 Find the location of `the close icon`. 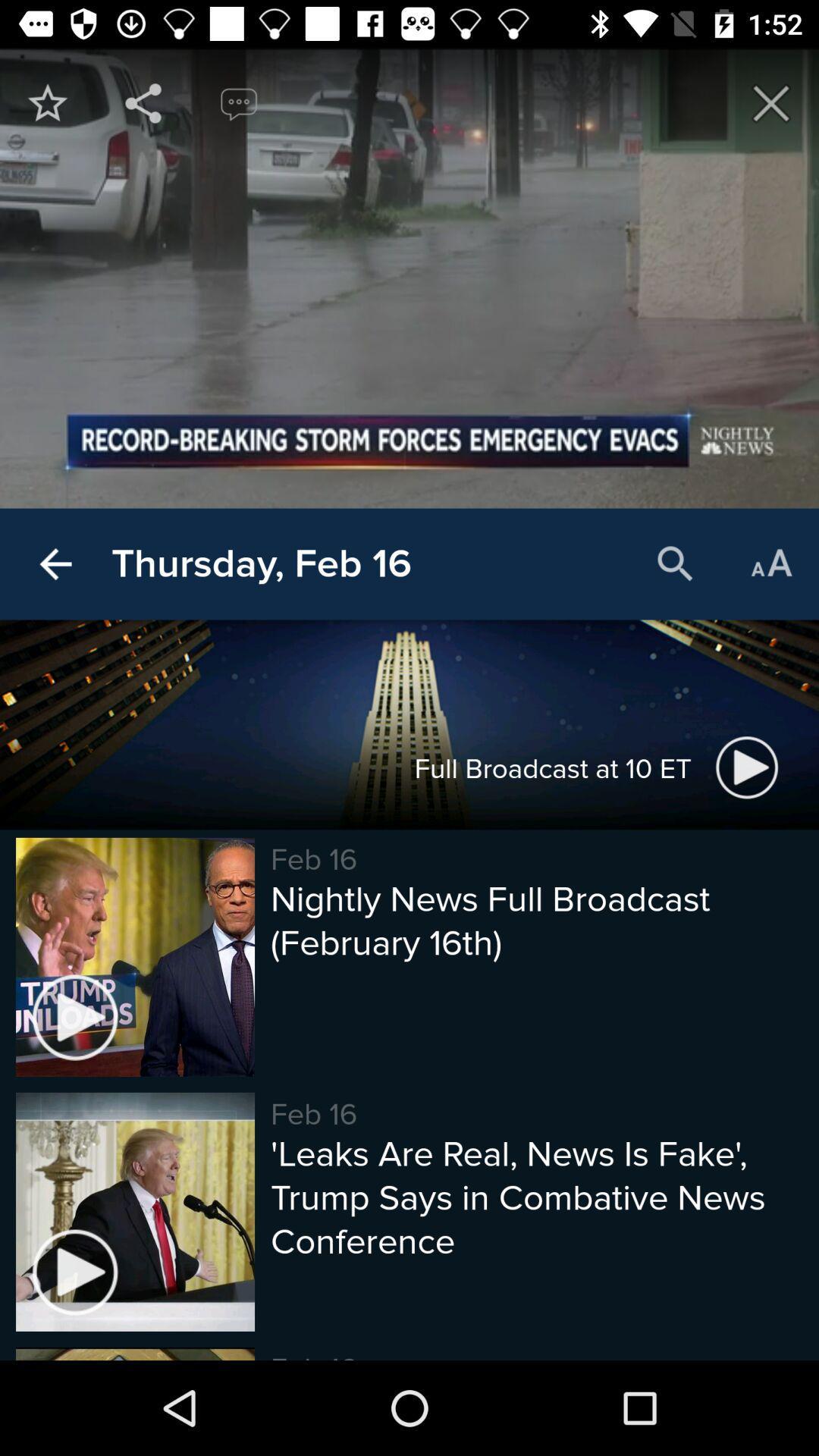

the close icon is located at coordinates (771, 102).